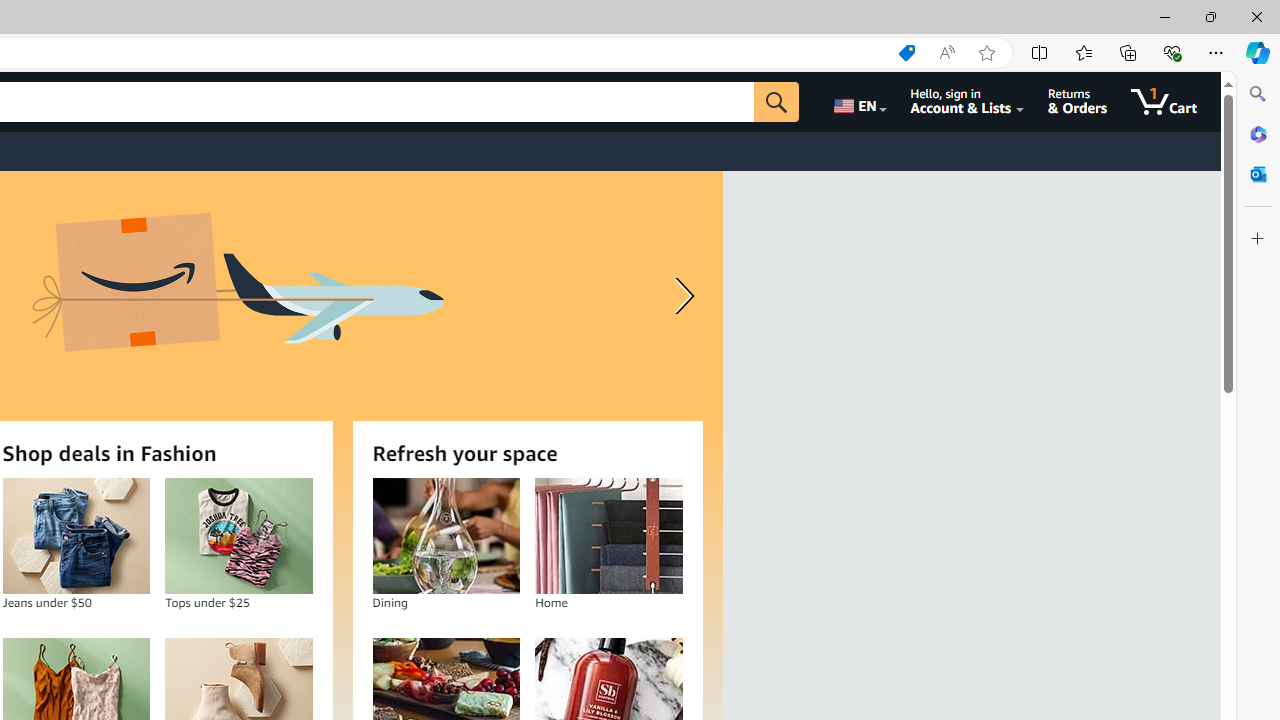  I want to click on 'Next slide', so click(680, 296).